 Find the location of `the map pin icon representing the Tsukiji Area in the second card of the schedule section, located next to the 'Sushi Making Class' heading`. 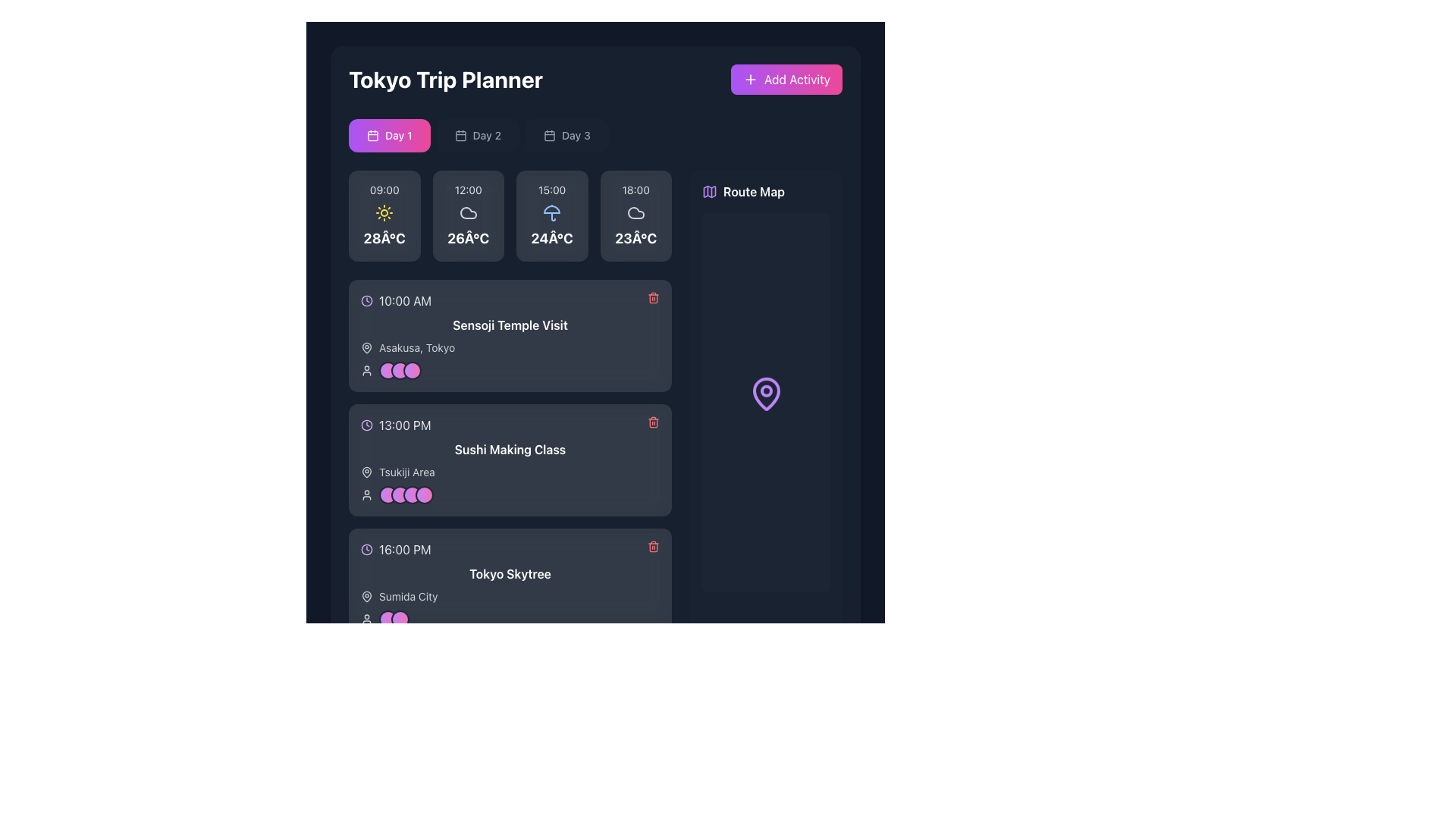

the map pin icon representing the Tsukiji Area in the second card of the schedule section, located next to the 'Sushi Making Class' heading is located at coordinates (367, 472).